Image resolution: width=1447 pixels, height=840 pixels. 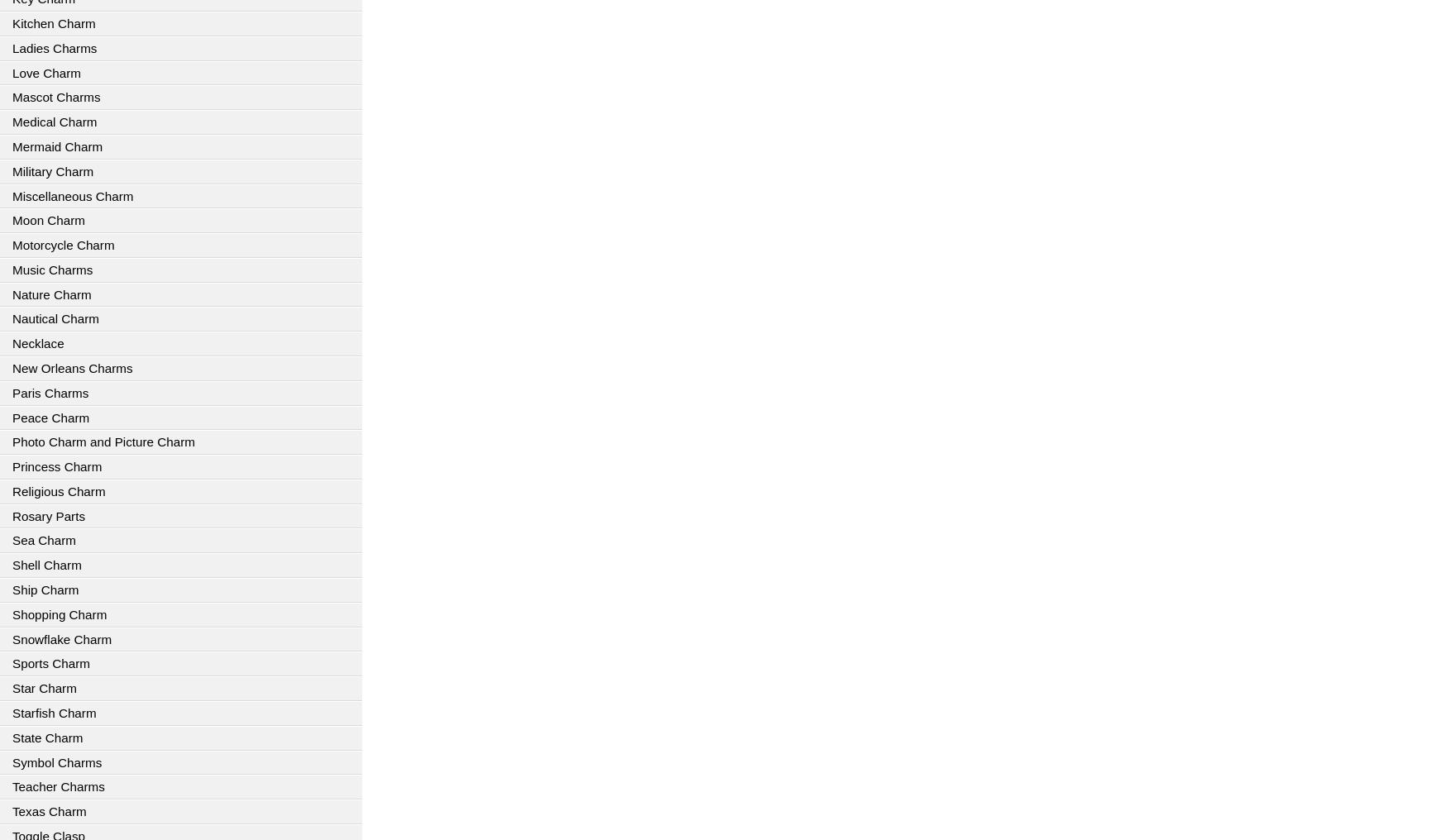 I want to click on 'Religious Charm', so click(x=59, y=490).